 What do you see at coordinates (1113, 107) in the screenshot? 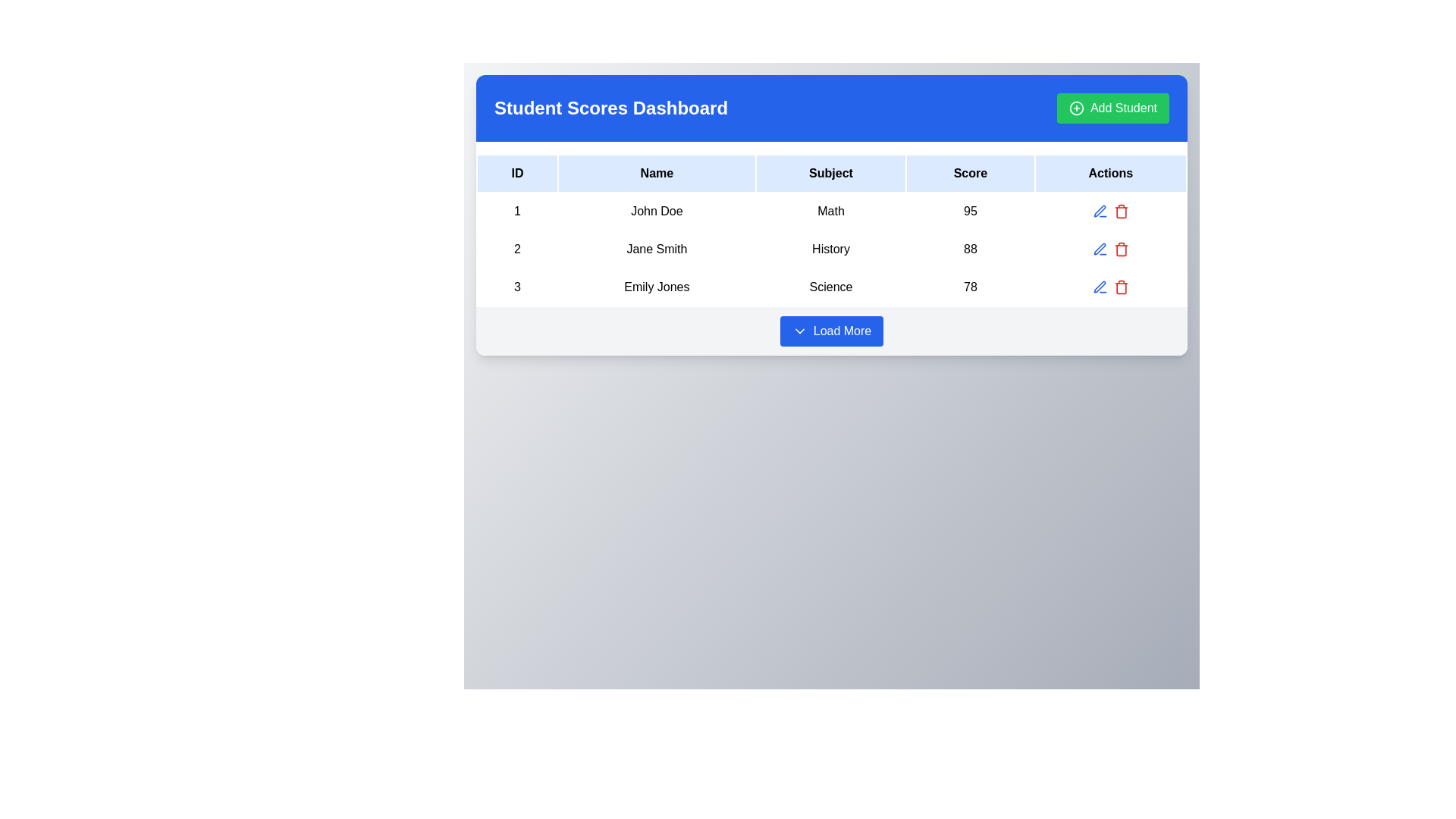
I see `the button for adding a new student record located in the top right corner of the blue header bar labeled 'Student Scores Dashboard'` at bounding box center [1113, 107].